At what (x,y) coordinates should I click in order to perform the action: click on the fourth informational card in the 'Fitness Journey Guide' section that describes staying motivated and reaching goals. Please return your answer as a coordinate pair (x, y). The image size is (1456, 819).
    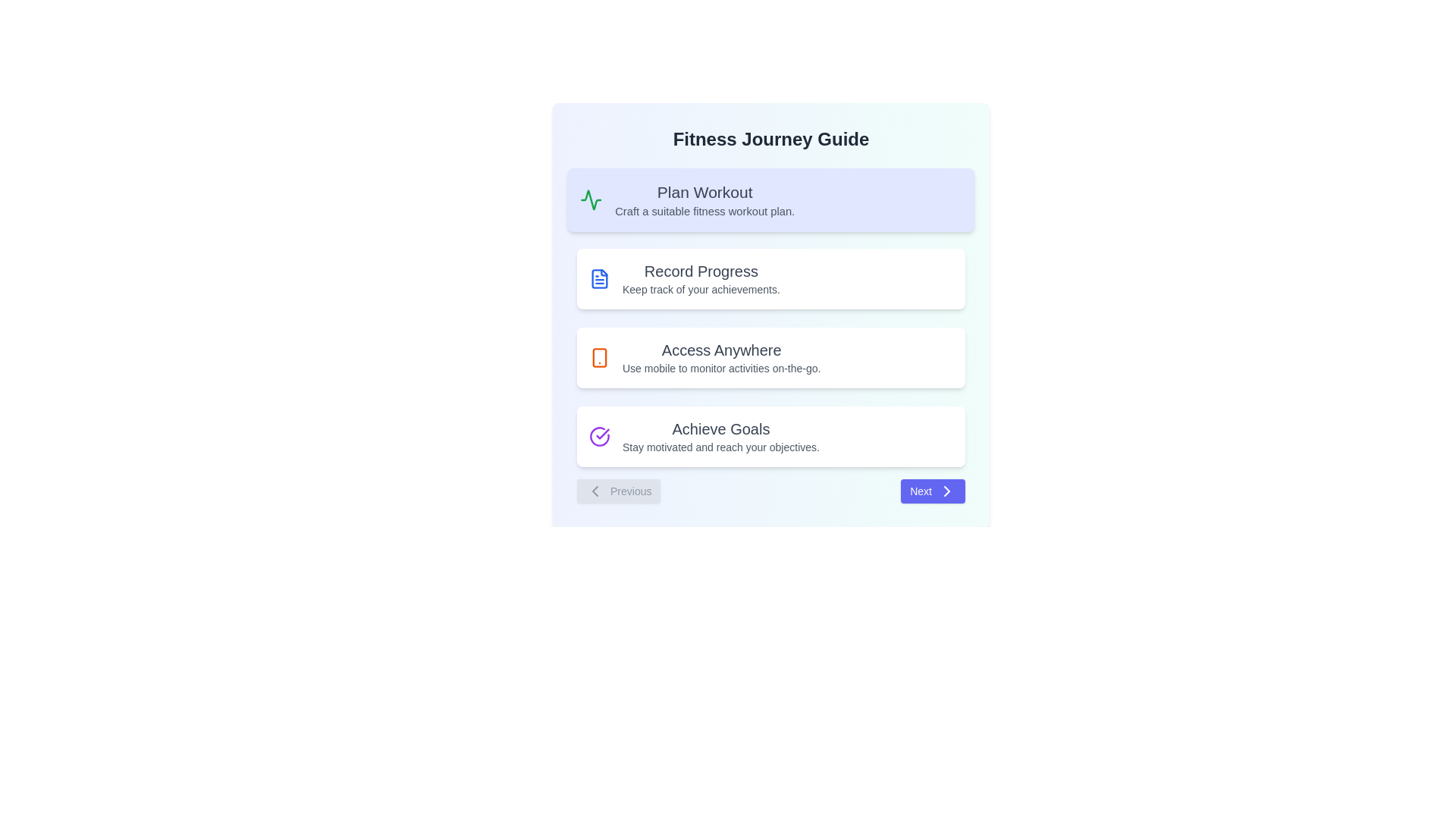
    Looking at the image, I should click on (771, 436).